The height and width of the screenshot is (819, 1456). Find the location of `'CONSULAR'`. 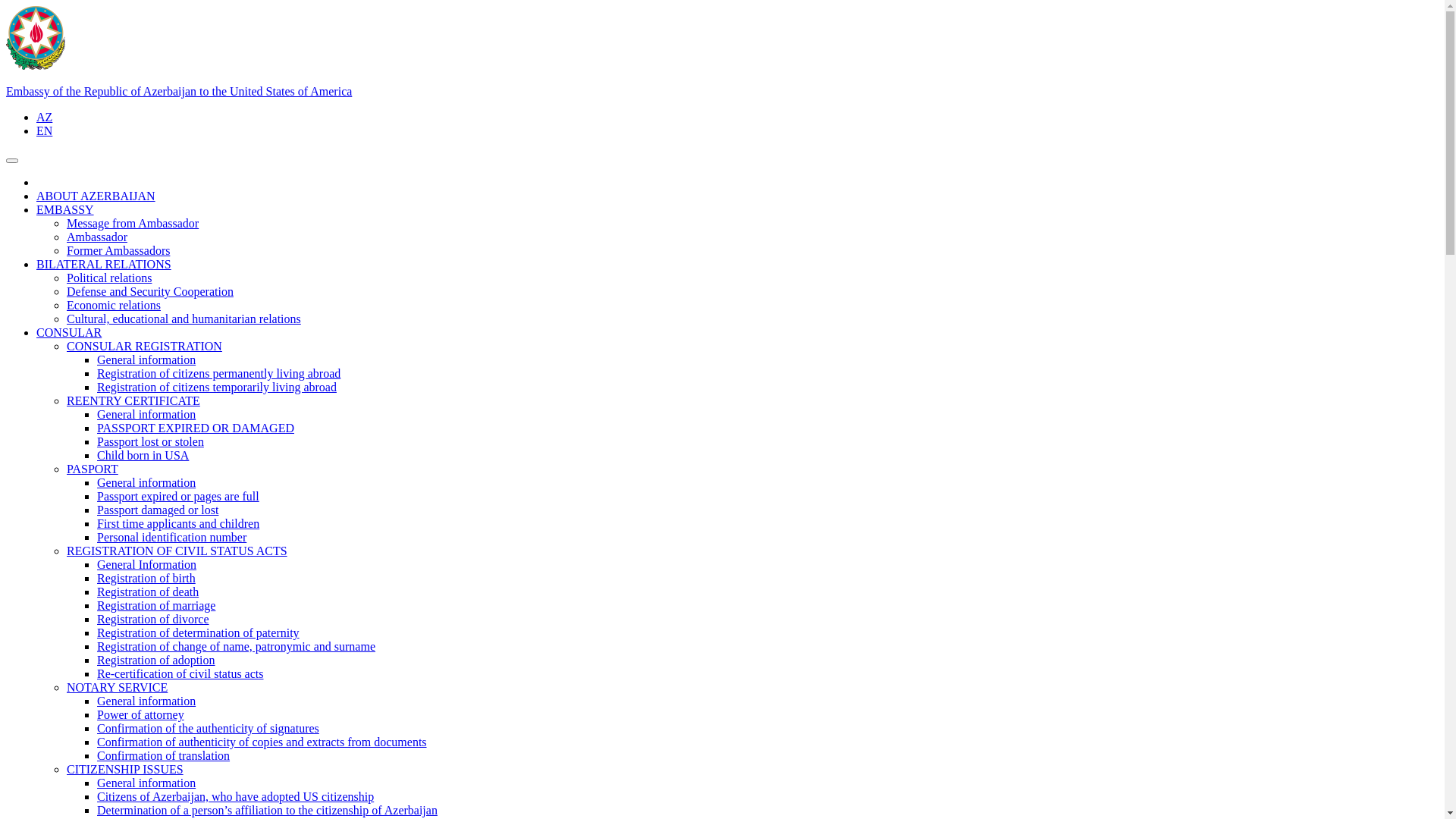

'CONSULAR' is located at coordinates (68, 331).